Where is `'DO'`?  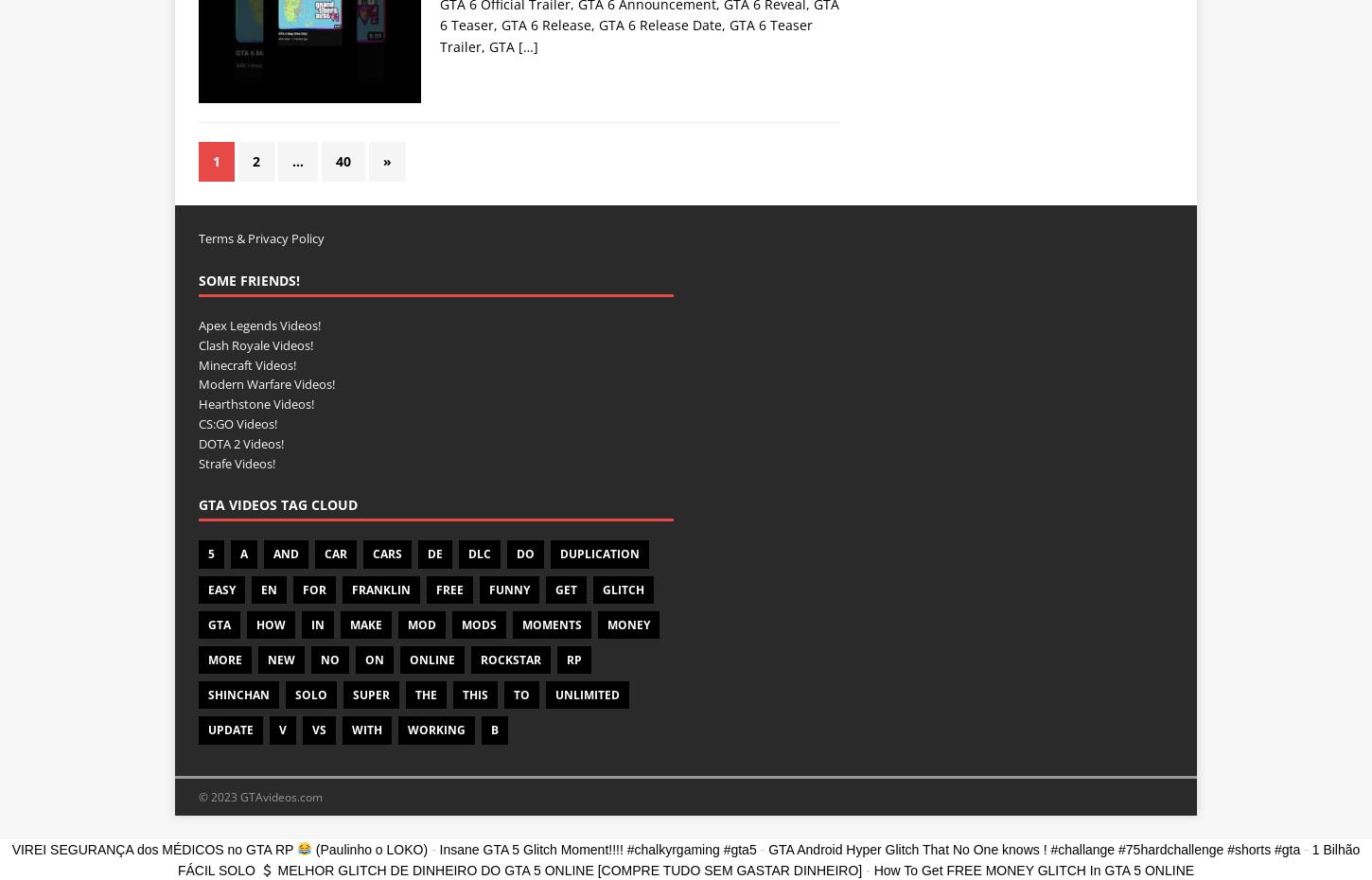 'DO' is located at coordinates (525, 554).